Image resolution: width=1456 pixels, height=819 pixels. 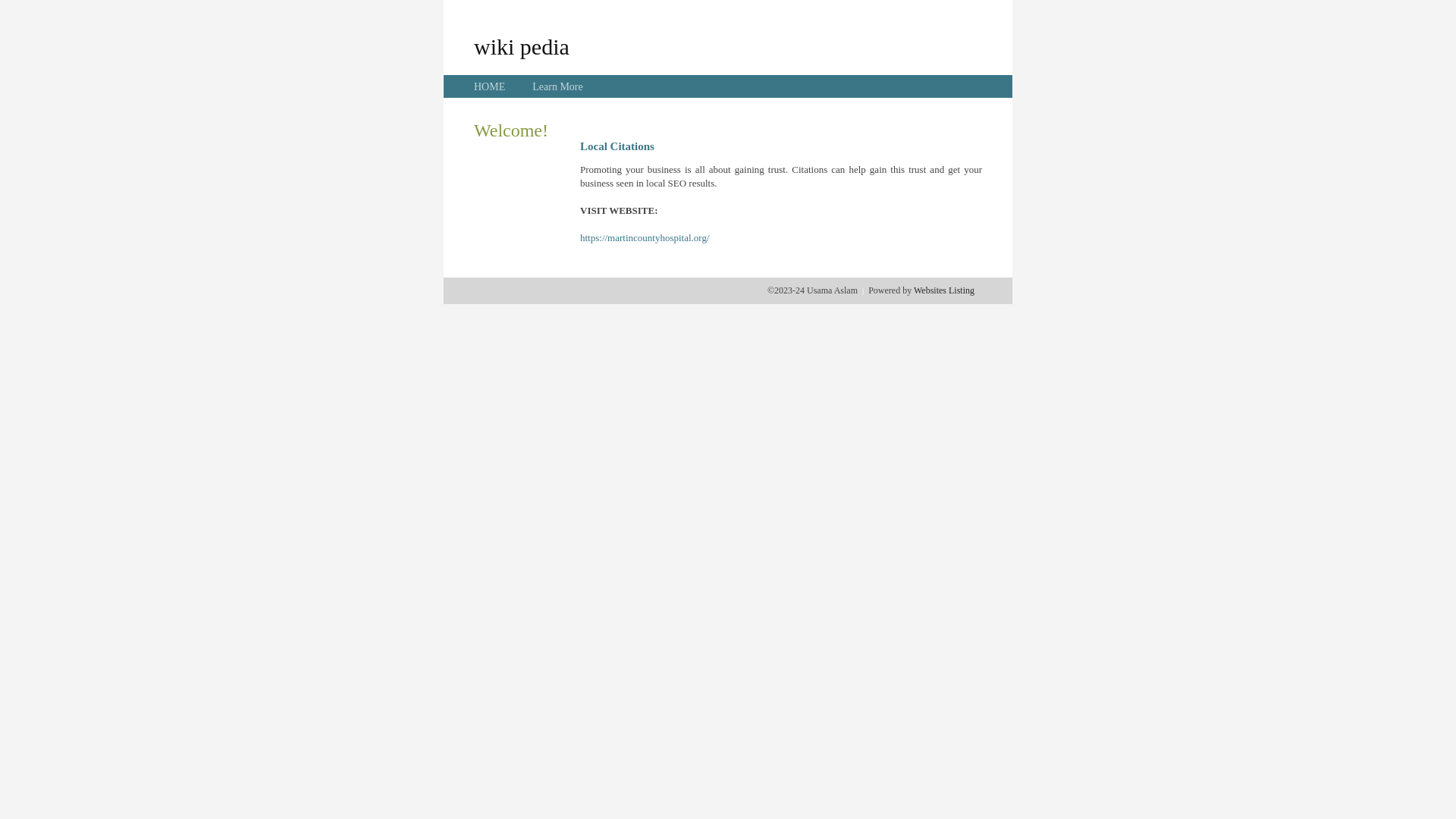 What do you see at coordinates (521, 45) in the screenshot?
I see `'wiki pedia'` at bounding box center [521, 45].